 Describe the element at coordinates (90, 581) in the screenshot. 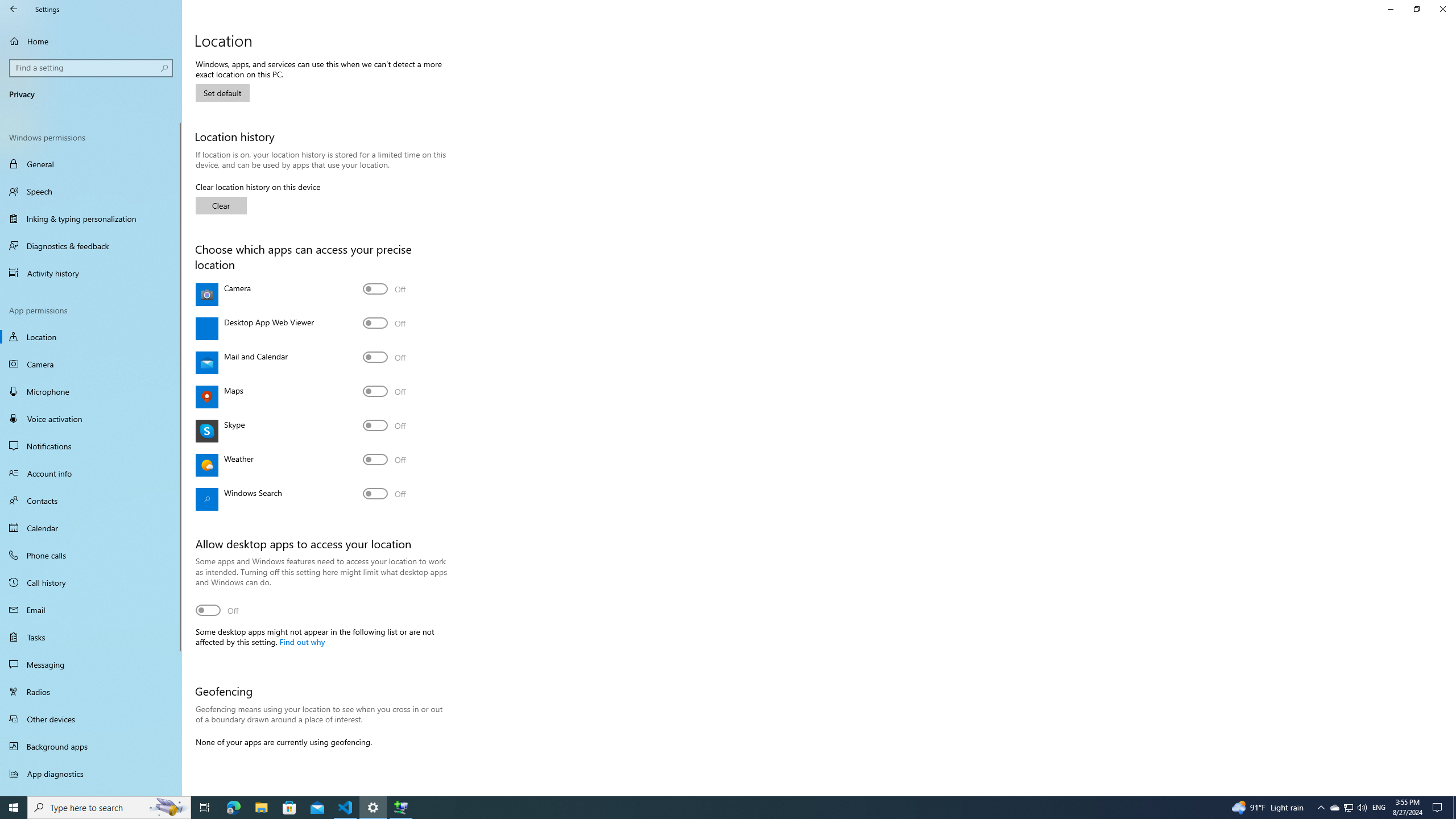

I see `'Call history'` at that location.